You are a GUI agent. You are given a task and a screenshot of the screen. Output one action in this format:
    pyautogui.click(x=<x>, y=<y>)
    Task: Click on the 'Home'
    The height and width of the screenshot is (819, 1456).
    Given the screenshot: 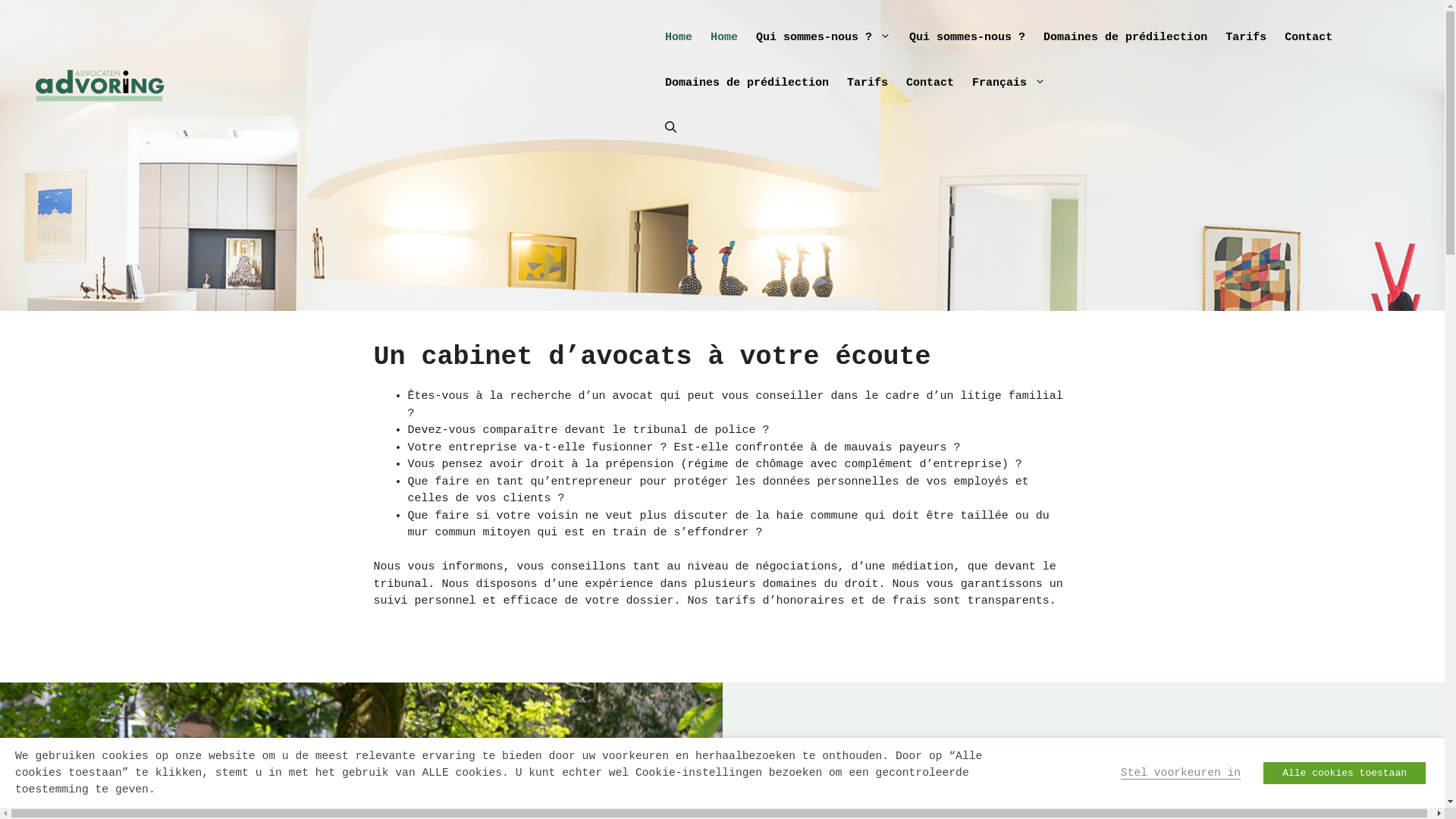 What is the action you would take?
    pyautogui.click(x=723, y=37)
    